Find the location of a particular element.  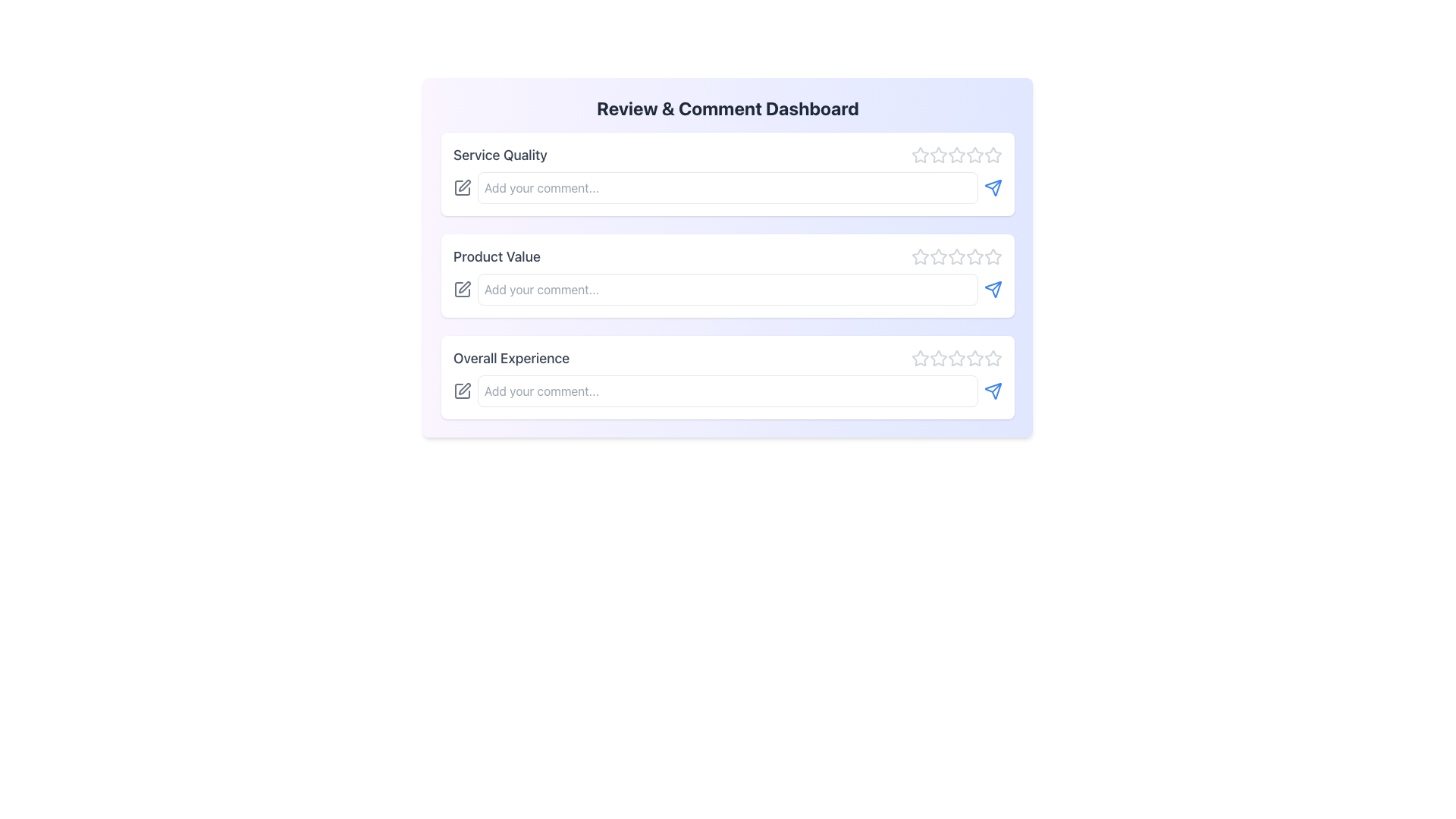

the fifth star rating icon for 'Service Quality' is located at coordinates (993, 155).